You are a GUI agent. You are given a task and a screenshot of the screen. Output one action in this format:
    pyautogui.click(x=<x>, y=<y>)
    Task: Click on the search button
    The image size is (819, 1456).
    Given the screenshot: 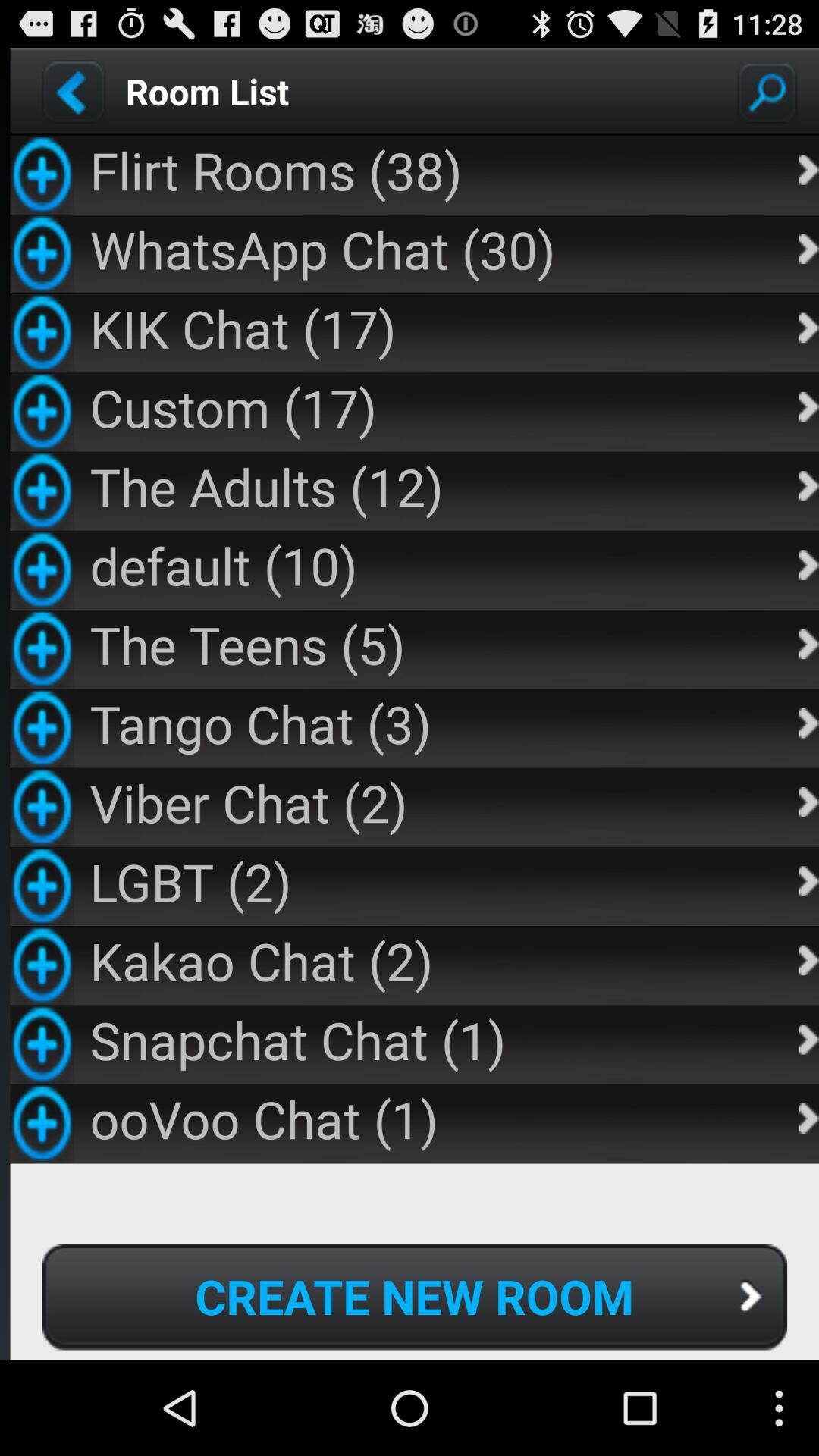 What is the action you would take?
    pyautogui.click(x=767, y=90)
    